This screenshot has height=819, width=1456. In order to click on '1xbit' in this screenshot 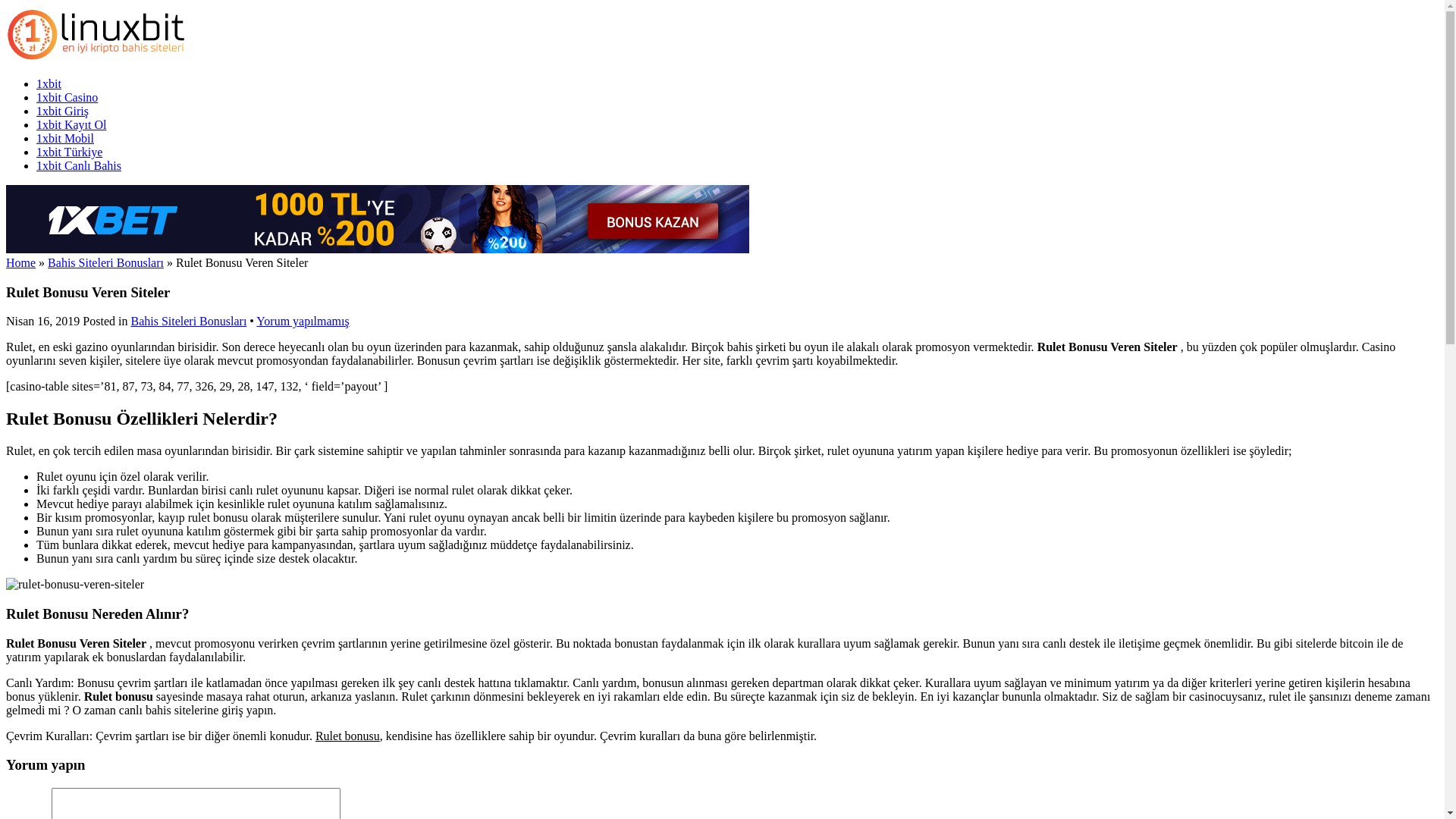, I will do `click(6, 57)`.